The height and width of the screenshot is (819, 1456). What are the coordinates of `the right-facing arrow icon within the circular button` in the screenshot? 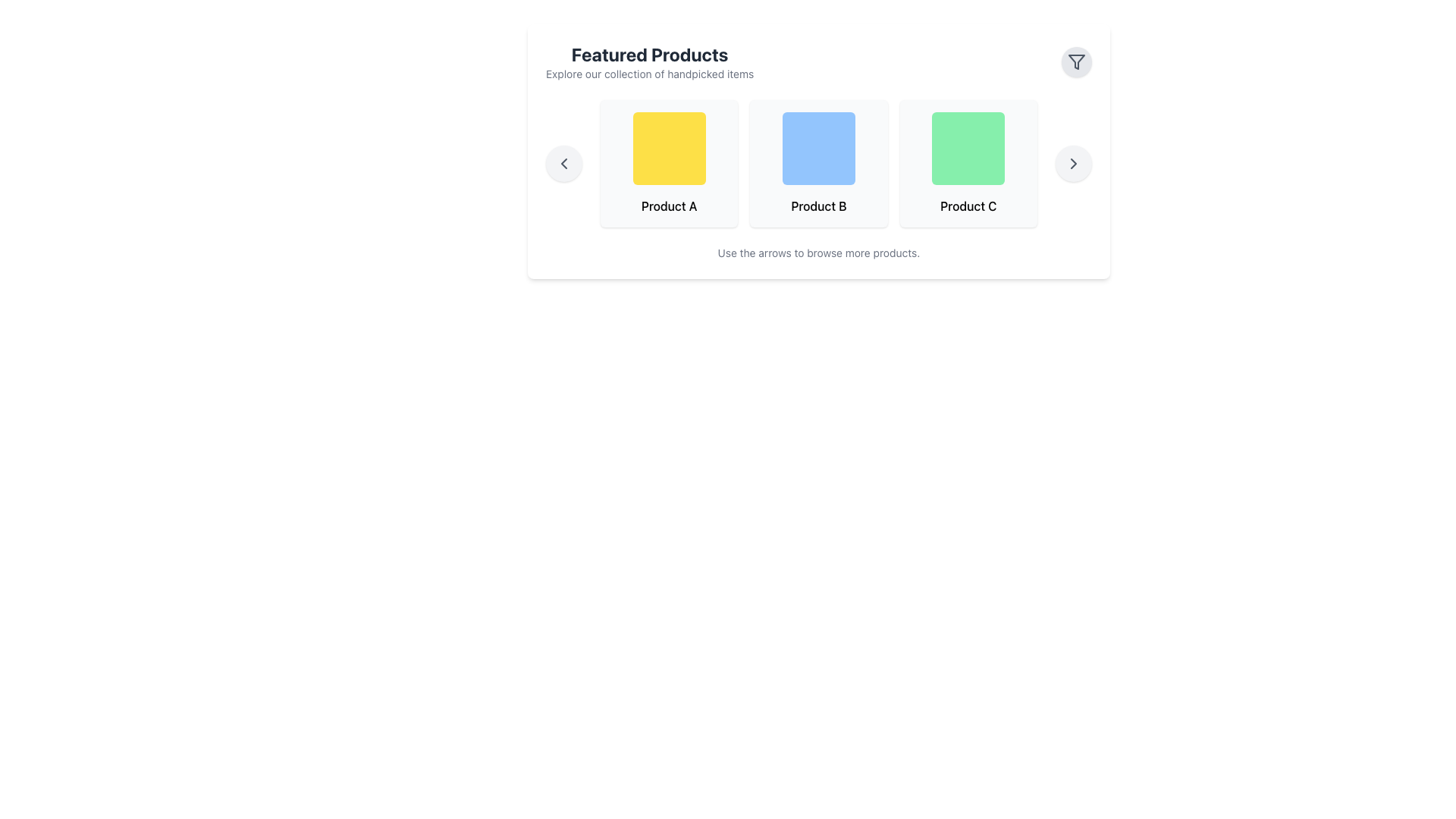 It's located at (1073, 164).